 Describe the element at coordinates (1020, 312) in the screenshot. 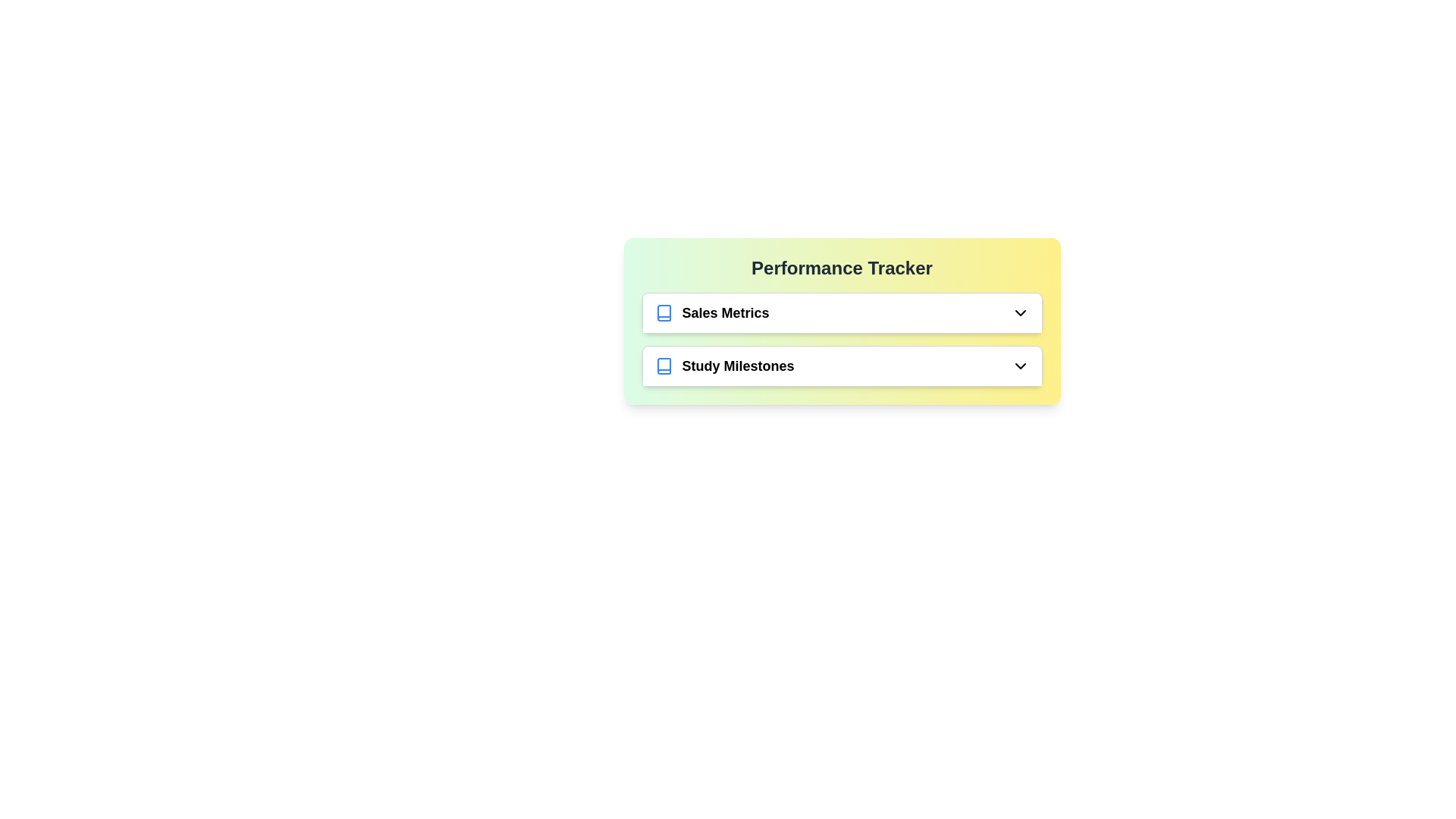

I see `the icon for Sales Metrics to toggle its expansion state` at that location.